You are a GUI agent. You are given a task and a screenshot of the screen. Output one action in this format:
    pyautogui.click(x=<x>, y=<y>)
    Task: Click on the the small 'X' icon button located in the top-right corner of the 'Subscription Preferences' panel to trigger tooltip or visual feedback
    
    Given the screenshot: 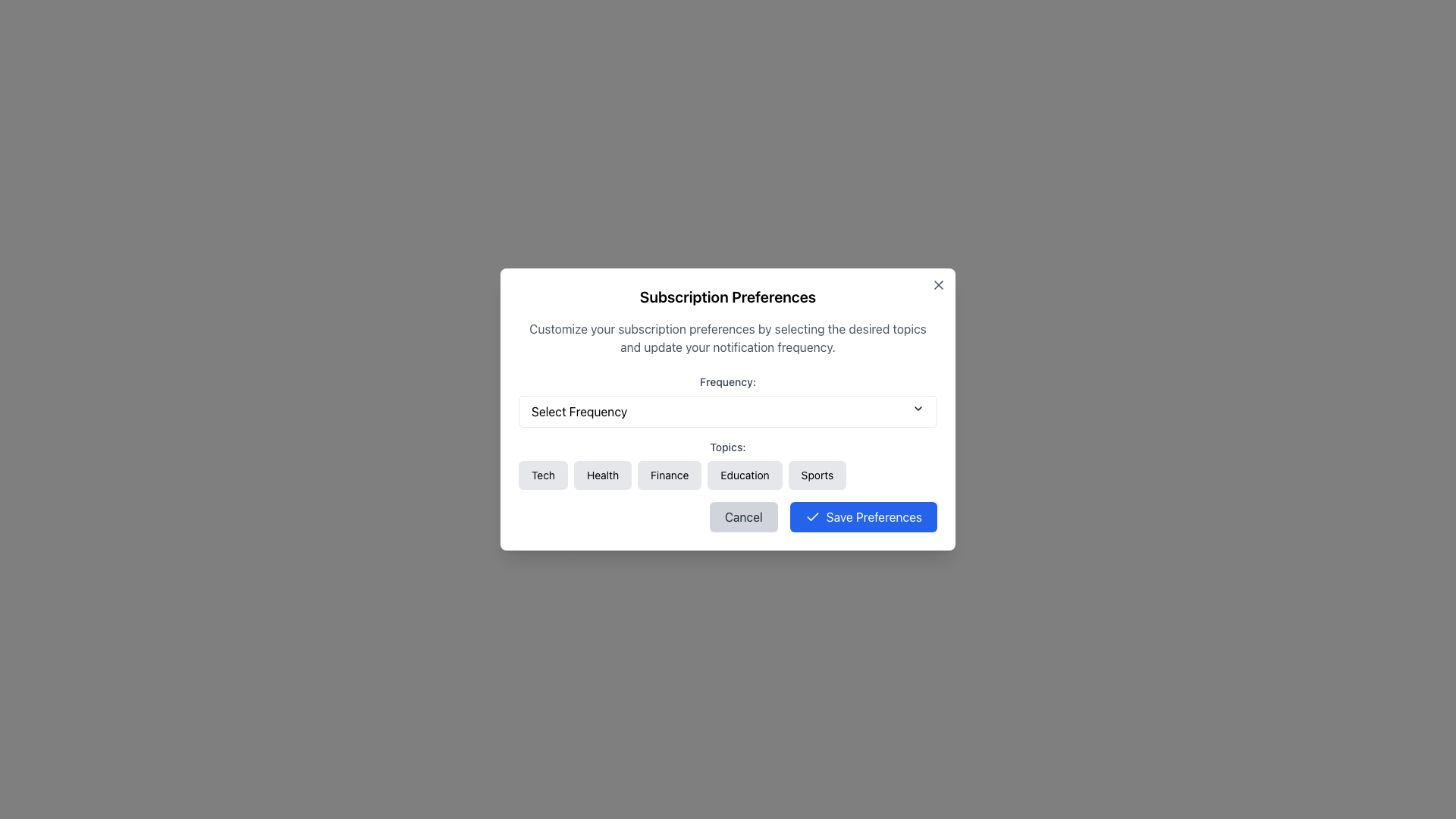 What is the action you would take?
    pyautogui.click(x=938, y=284)
    